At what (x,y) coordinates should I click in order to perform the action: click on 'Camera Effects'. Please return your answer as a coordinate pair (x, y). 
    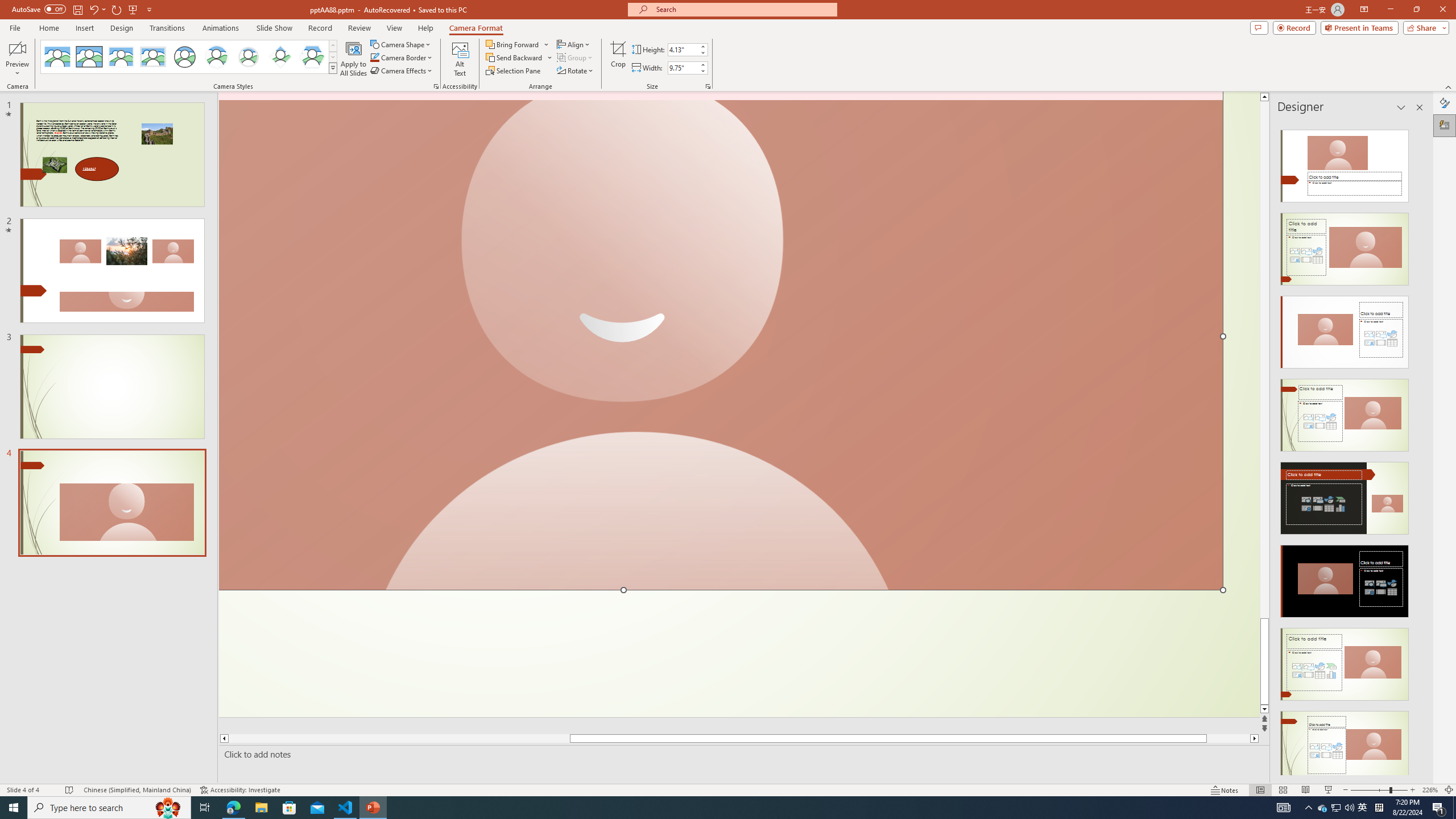
    Looking at the image, I should click on (402, 69).